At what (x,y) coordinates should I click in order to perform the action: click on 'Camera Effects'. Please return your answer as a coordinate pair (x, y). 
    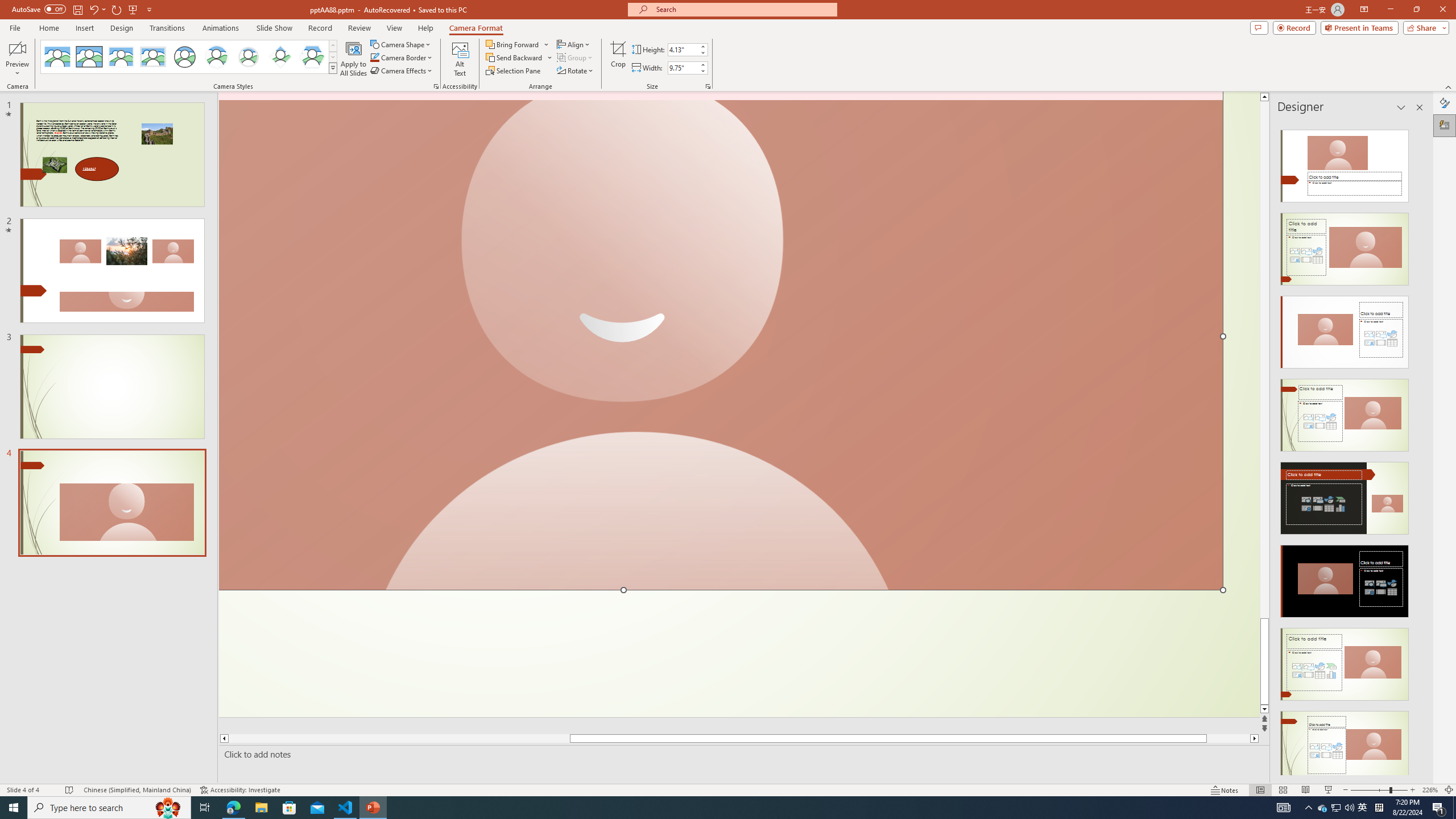
    Looking at the image, I should click on (402, 69).